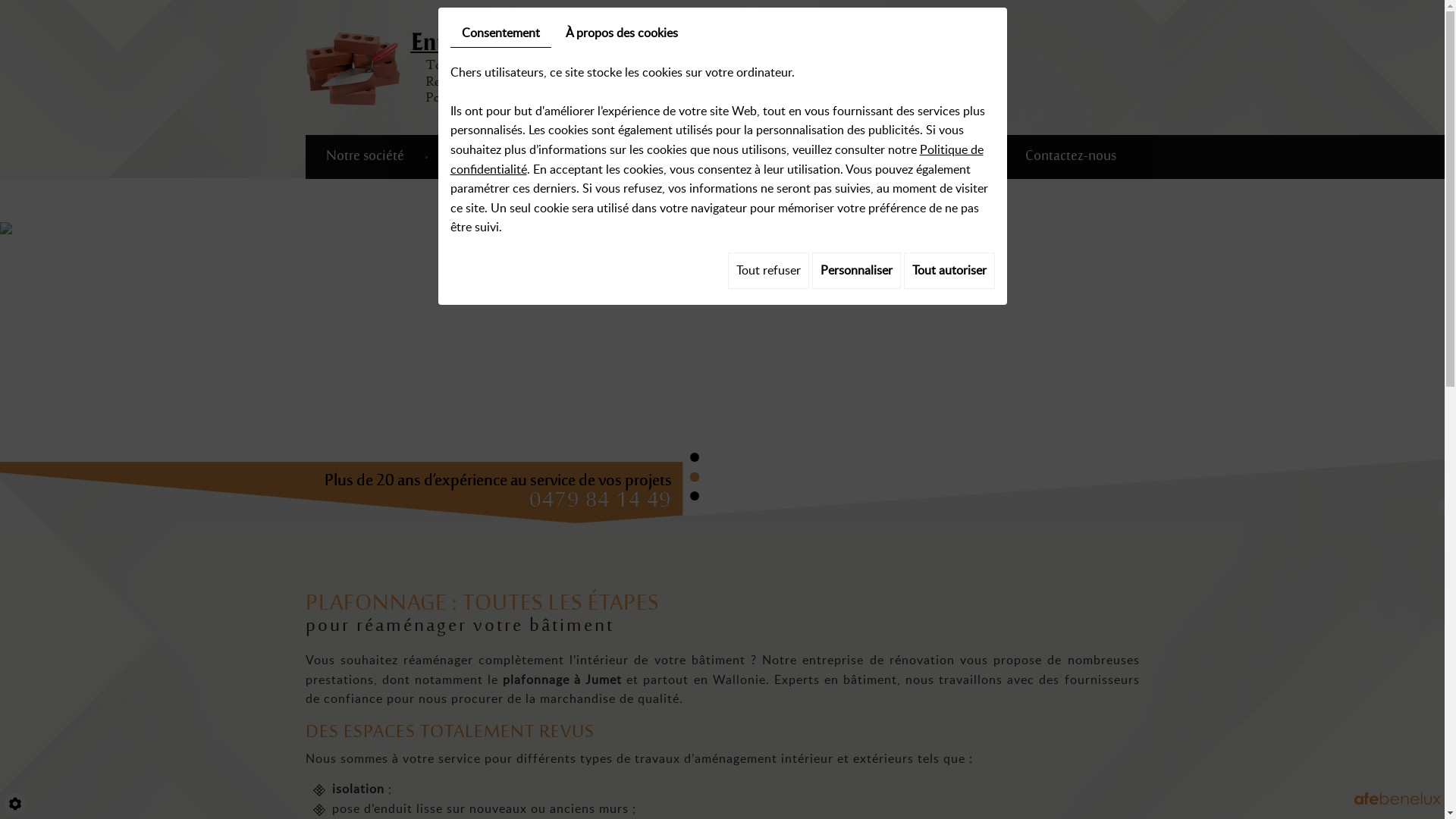 The width and height of the screenshot is (1456, 819). What do you see at coordinates (483, 157) in the screenshot?
I see `'Nos services'` at bounding box center [483, 157].